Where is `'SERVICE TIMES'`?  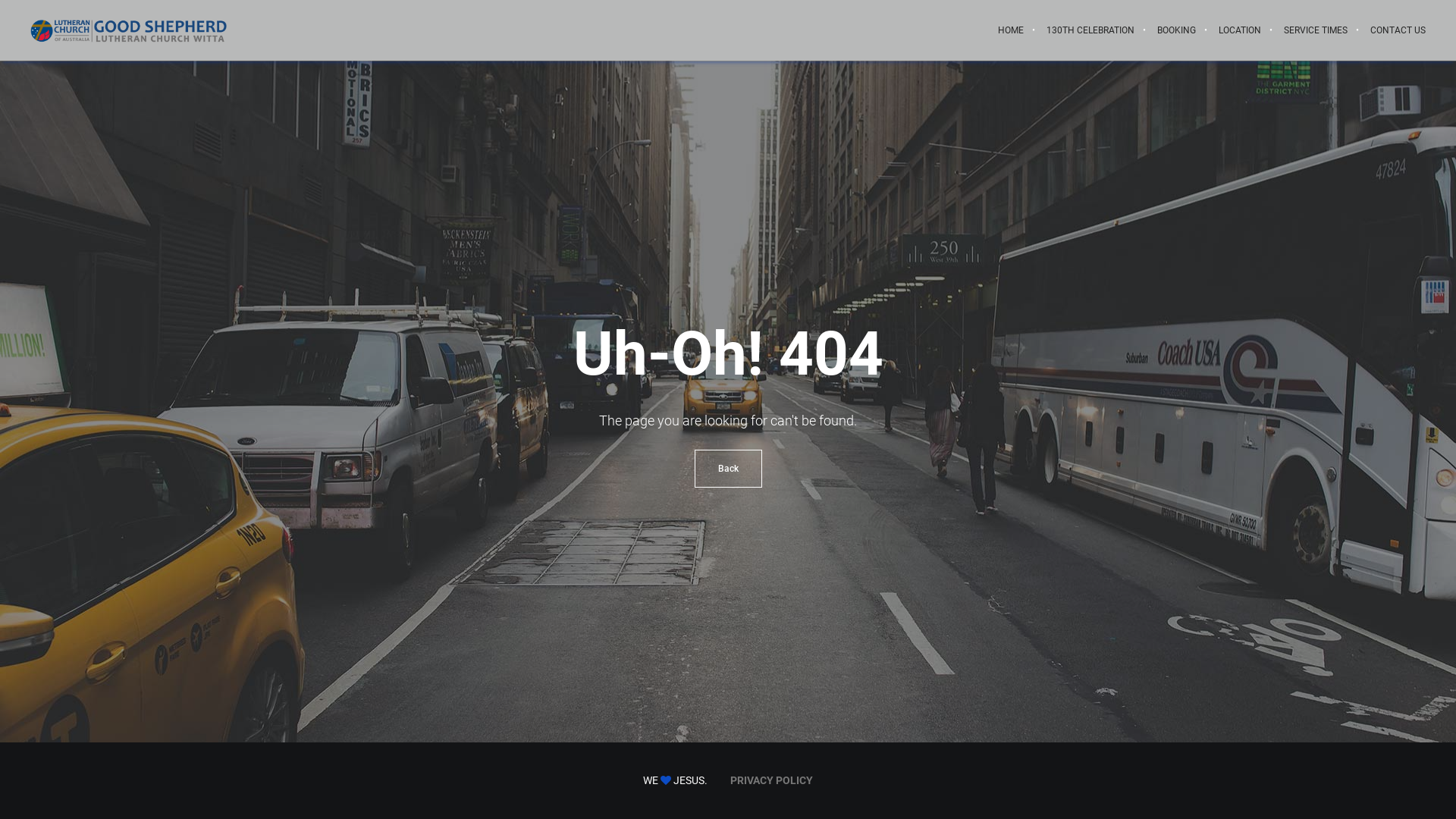
'SERVICE TIMES' is located at coordinates (1272, 30).